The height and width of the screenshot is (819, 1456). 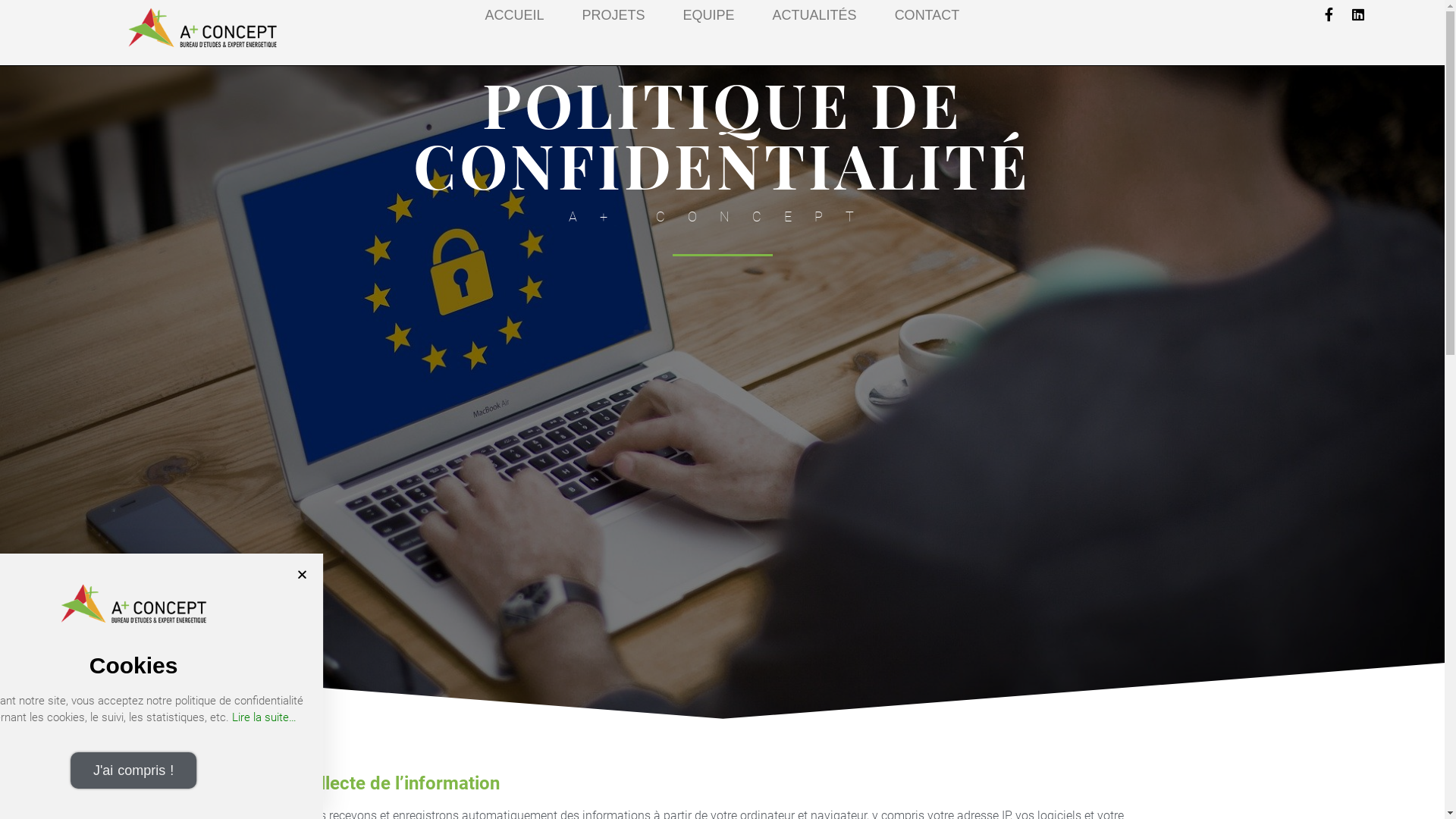 What do you see at coordinates (895, 14) in the screenshot?
I see `'CONTACT'` at bounding box center [895, 14].